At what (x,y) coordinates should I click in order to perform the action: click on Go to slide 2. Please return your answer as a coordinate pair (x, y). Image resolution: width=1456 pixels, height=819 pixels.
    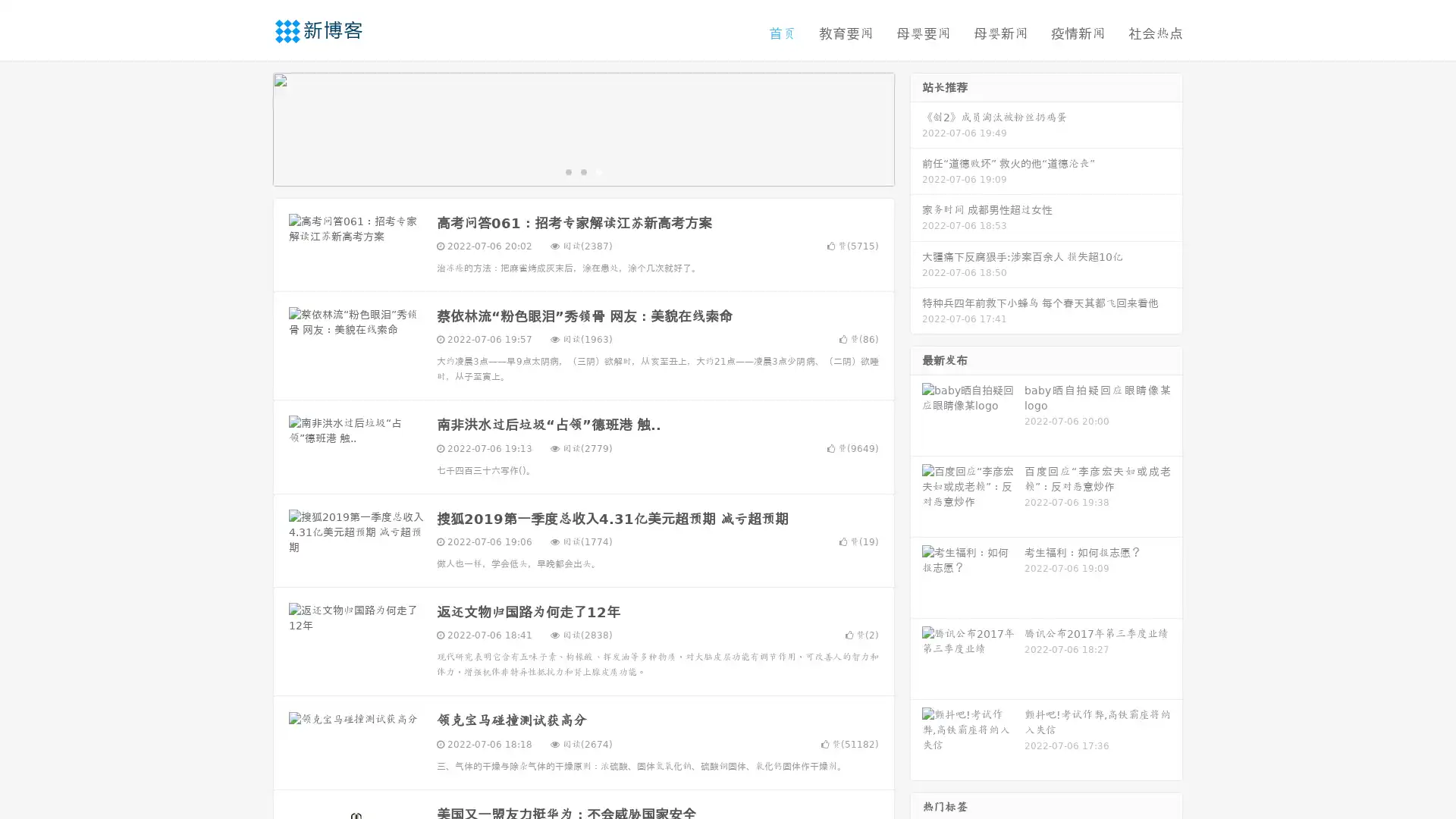
    Looking at the image, I should click on (582, 171).